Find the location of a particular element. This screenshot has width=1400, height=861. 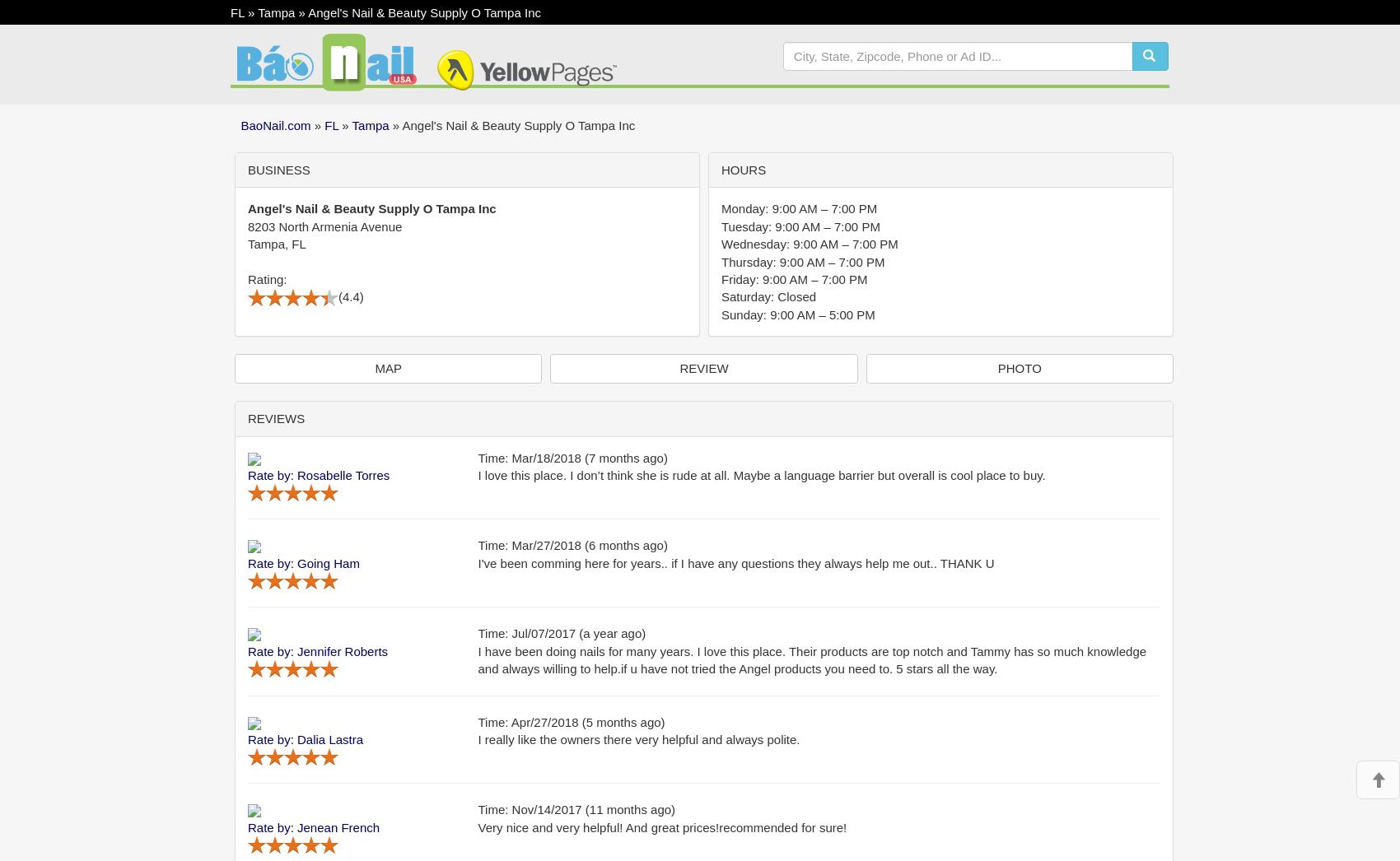

'»
        Angel's Nail & Beauty Supply O Tampa Inc' is located at coordinates (511, 124).